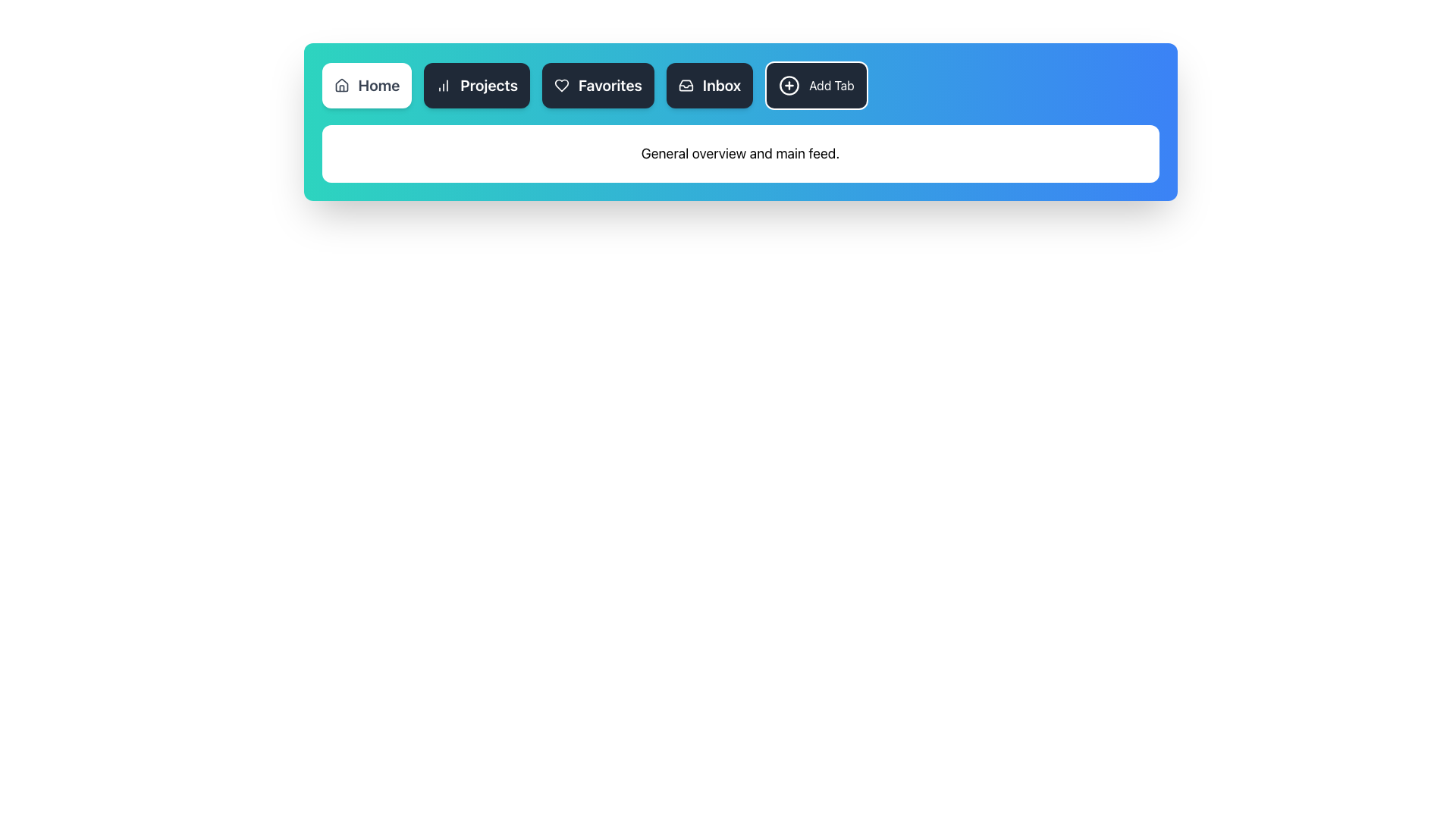 The height and width of the screenshot is (819, 1456). What do you see at coordinates (830, 85) in the screenshot?
I see `the 'Add Tab' text label within the button at the rightmost end of the horizontal navigation menu` at bounding box center [830, 85].